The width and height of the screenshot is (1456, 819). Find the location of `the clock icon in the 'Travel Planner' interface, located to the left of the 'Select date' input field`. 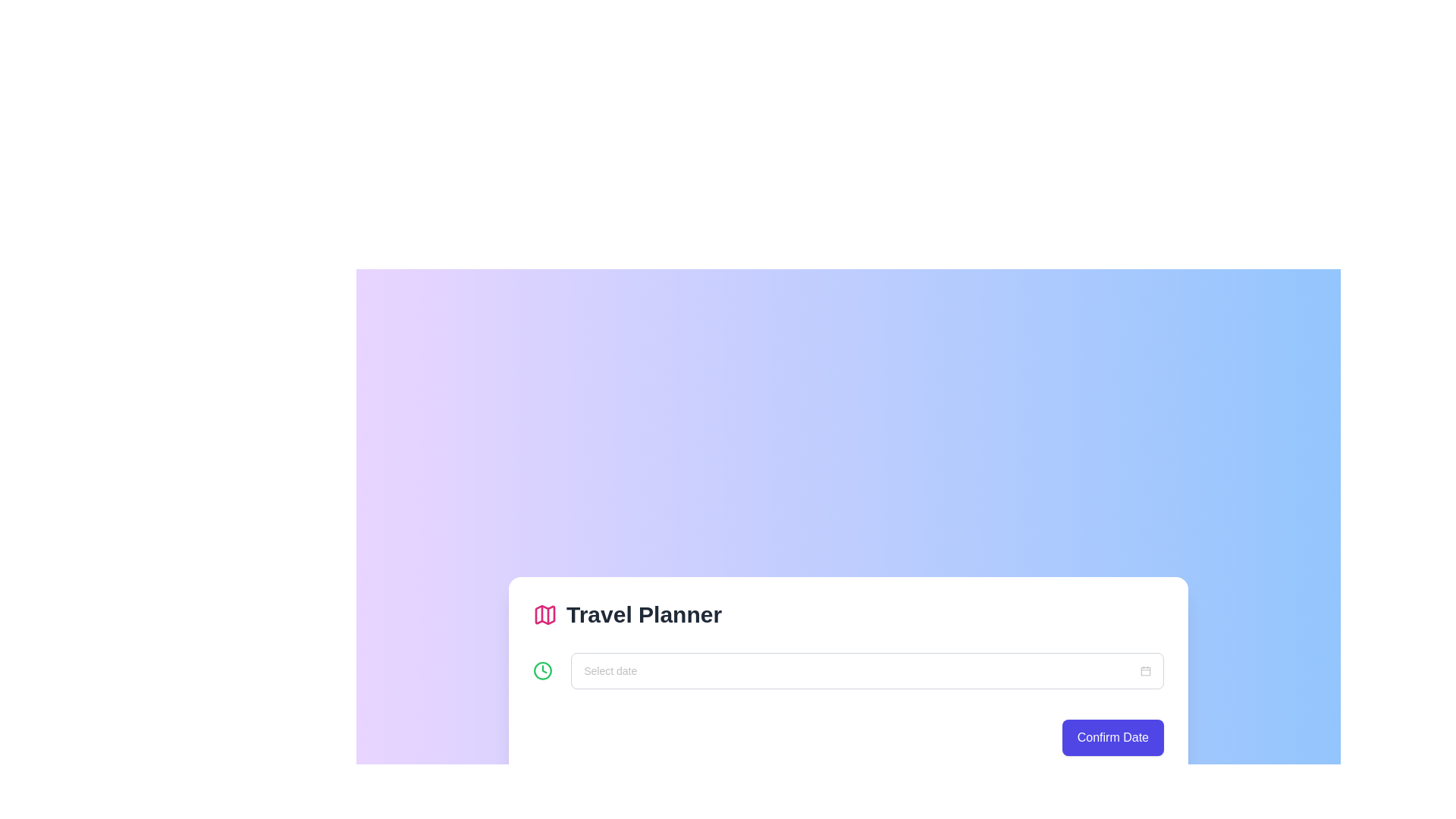

the clock icon in the 'Travel Planner' interface, located to the left of the 'Select date' input field is located at coordinates (543, 670).